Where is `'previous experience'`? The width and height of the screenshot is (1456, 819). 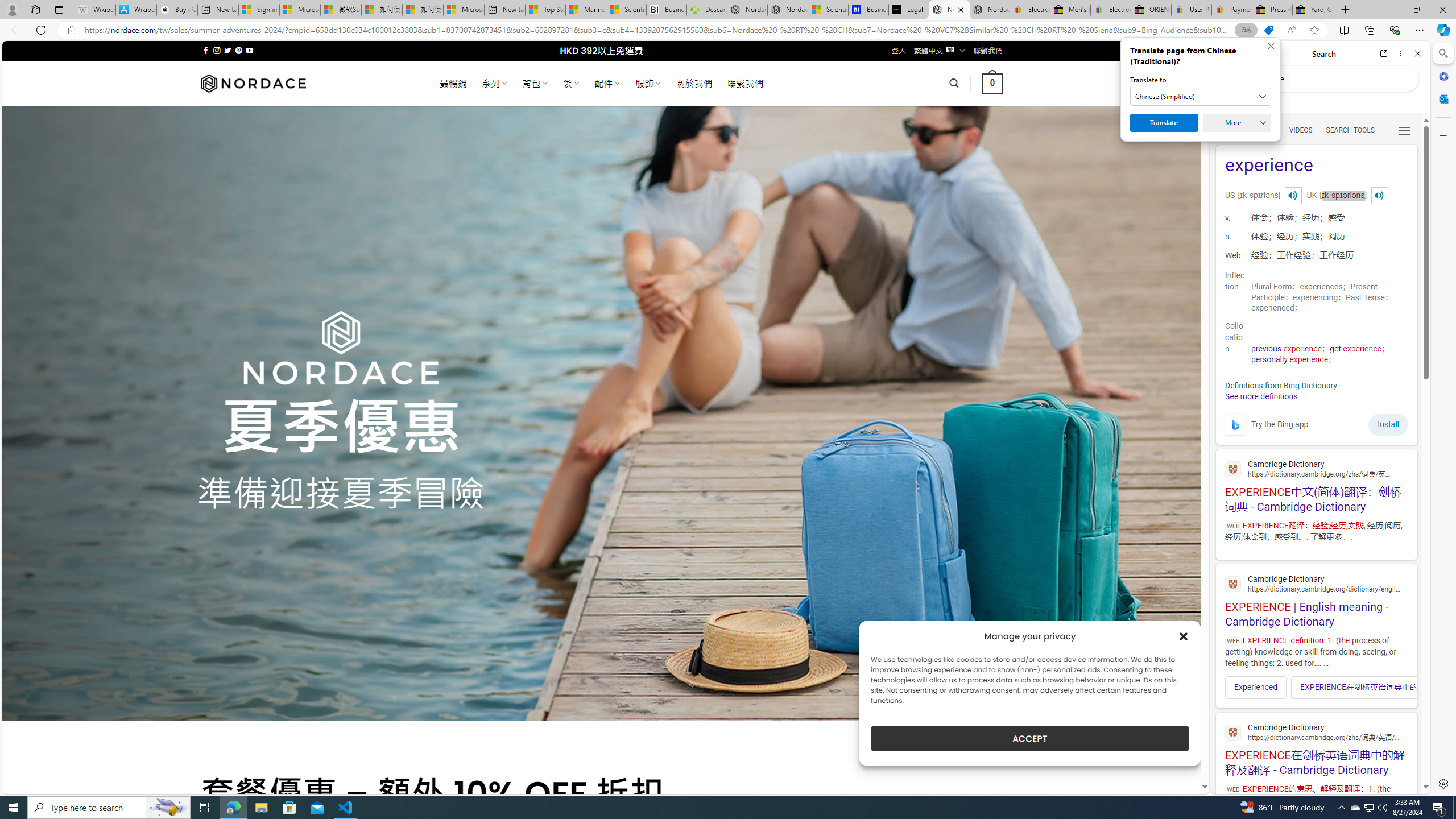
'previous experience' is located at coordinates (1286, 348).